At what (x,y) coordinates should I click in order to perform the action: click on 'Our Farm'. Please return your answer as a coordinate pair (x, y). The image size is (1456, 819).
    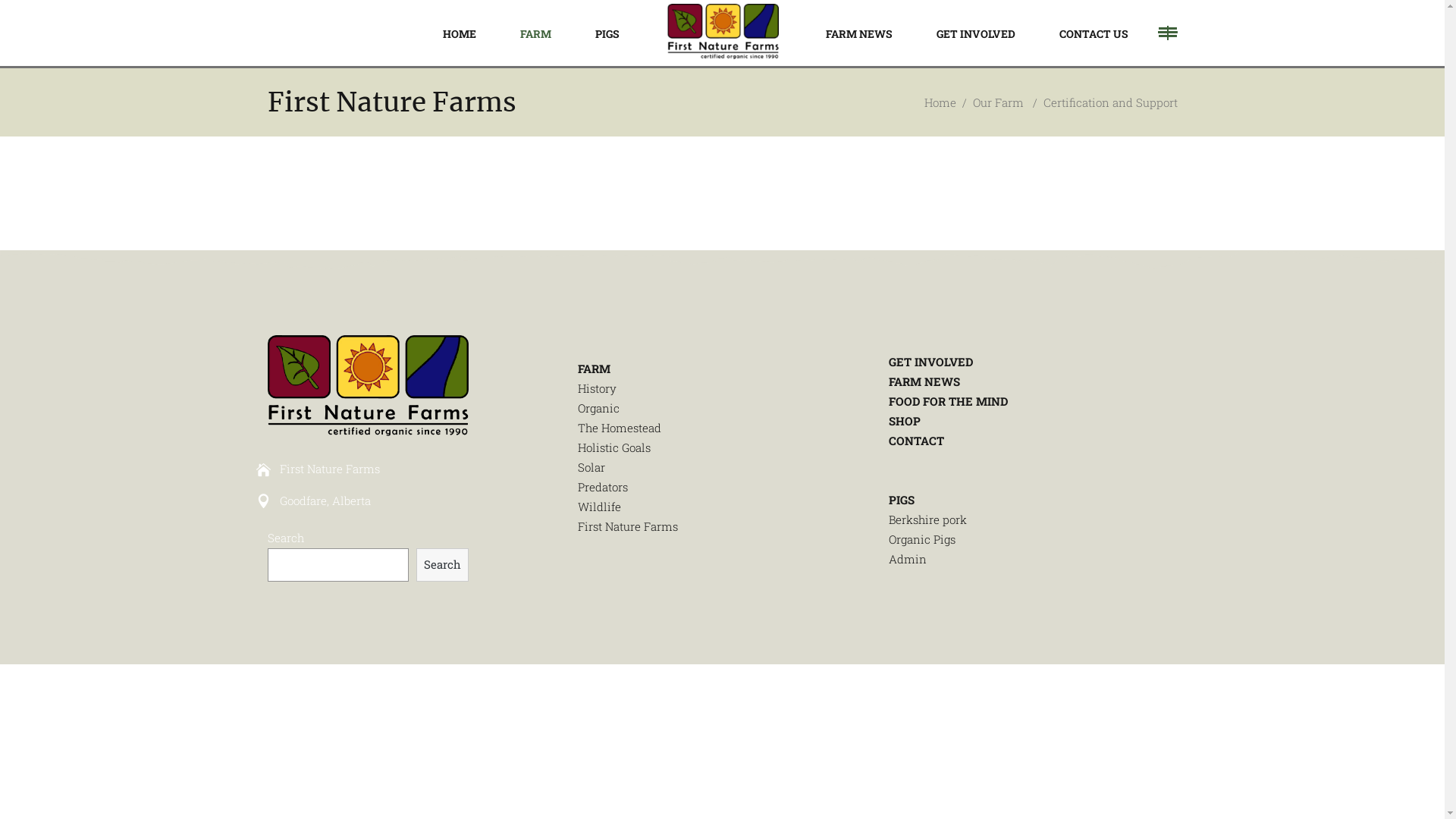
    Looking at the image, I should click on (997, 102).